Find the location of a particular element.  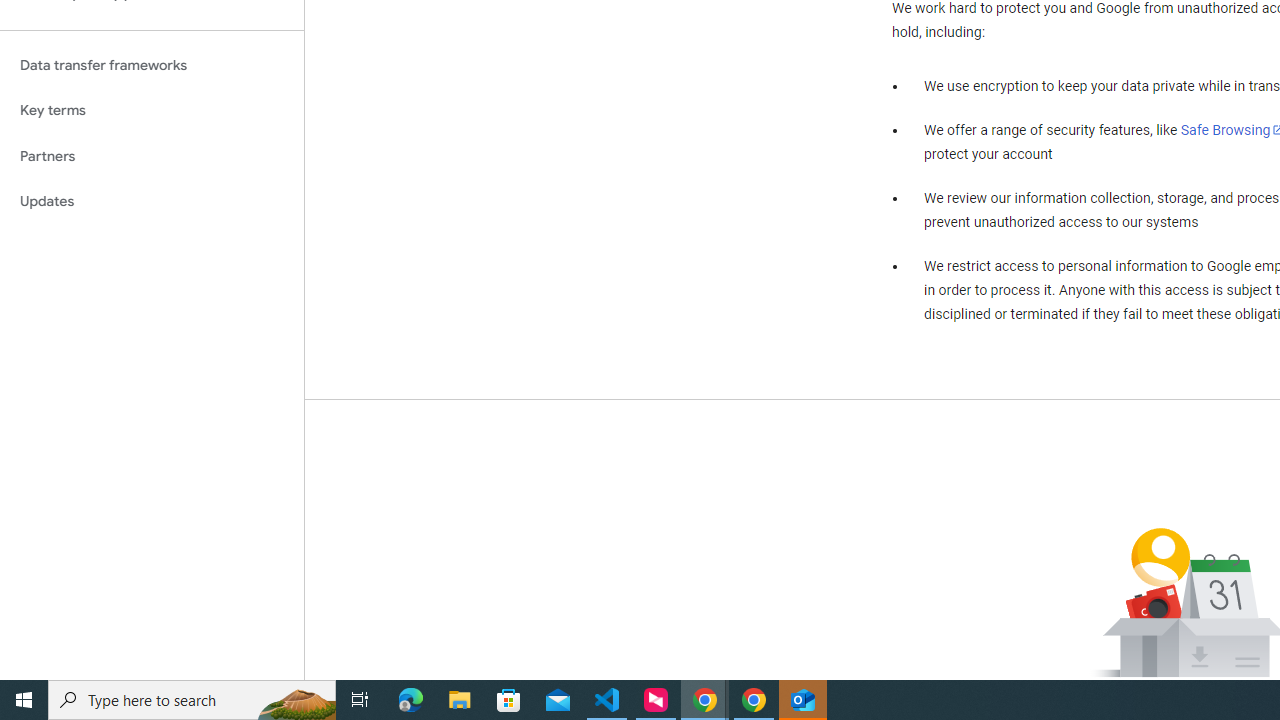

'Updates' is located at coordinates (151, 201).